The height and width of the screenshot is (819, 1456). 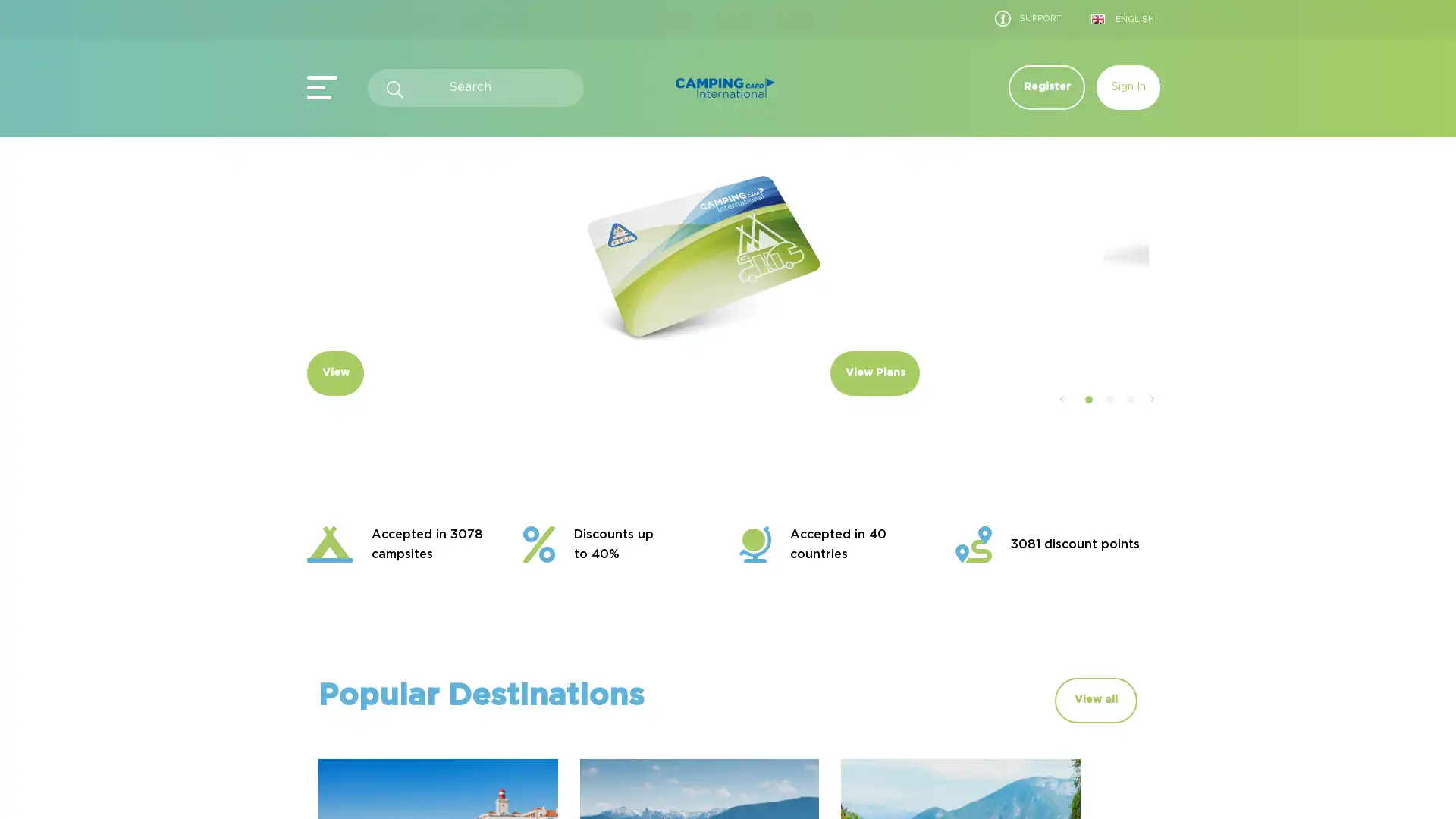 I want to click on Next, so click(x=1151, y=464).